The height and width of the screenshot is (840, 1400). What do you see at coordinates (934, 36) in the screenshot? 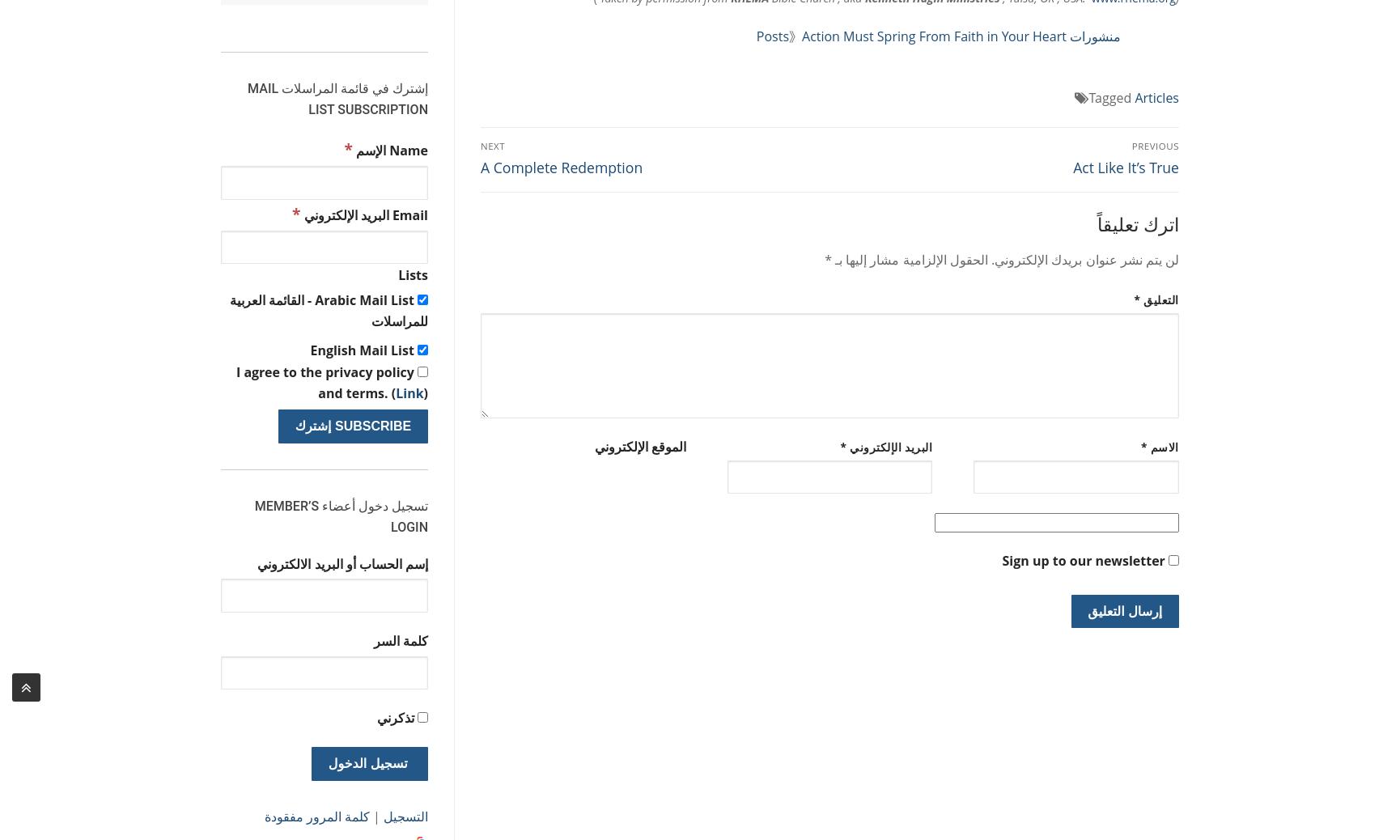
I see `'Action Must Spring From Faith in Your Heart'` at bounding box center [934, 36].